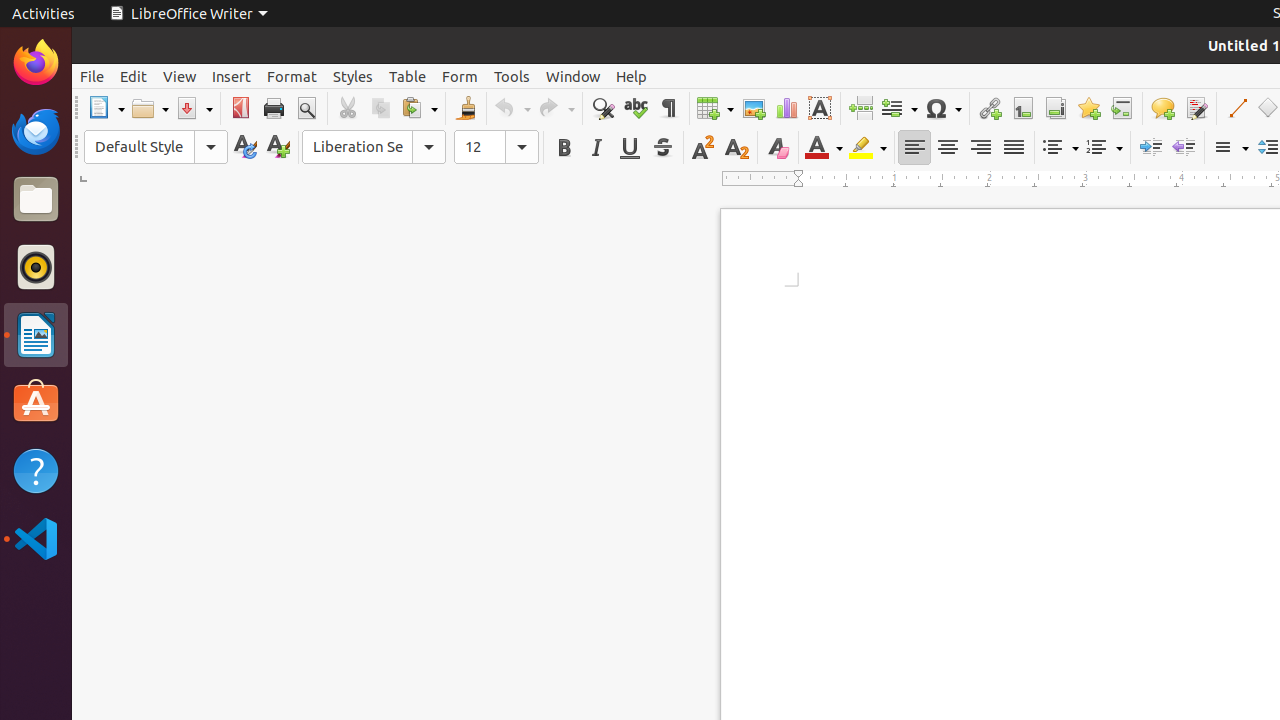  Describe the element at coordinates (572, 75) in the screenshot. I see `'Window'` at that location.